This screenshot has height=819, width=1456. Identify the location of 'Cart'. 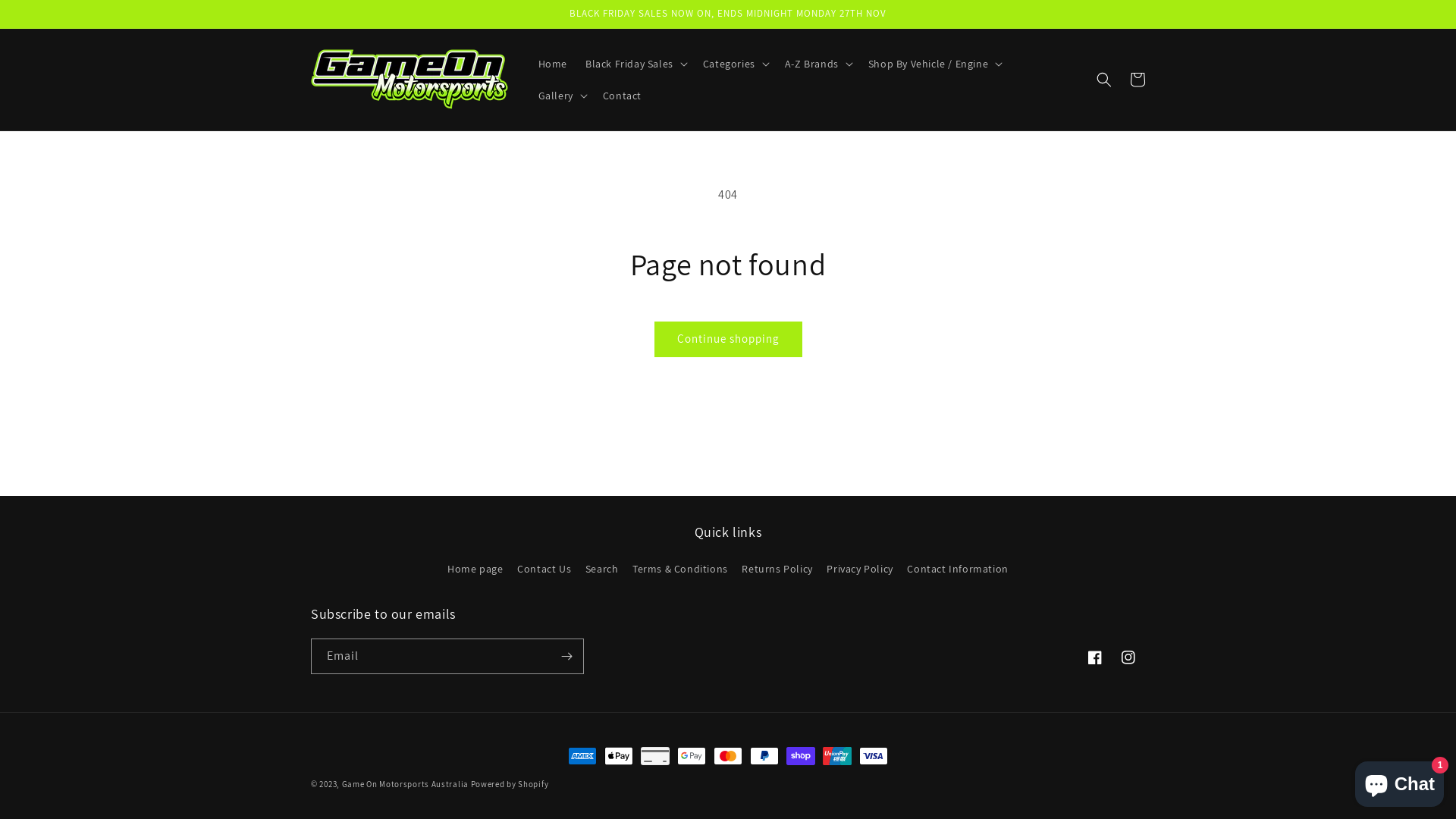
(1137, 79).